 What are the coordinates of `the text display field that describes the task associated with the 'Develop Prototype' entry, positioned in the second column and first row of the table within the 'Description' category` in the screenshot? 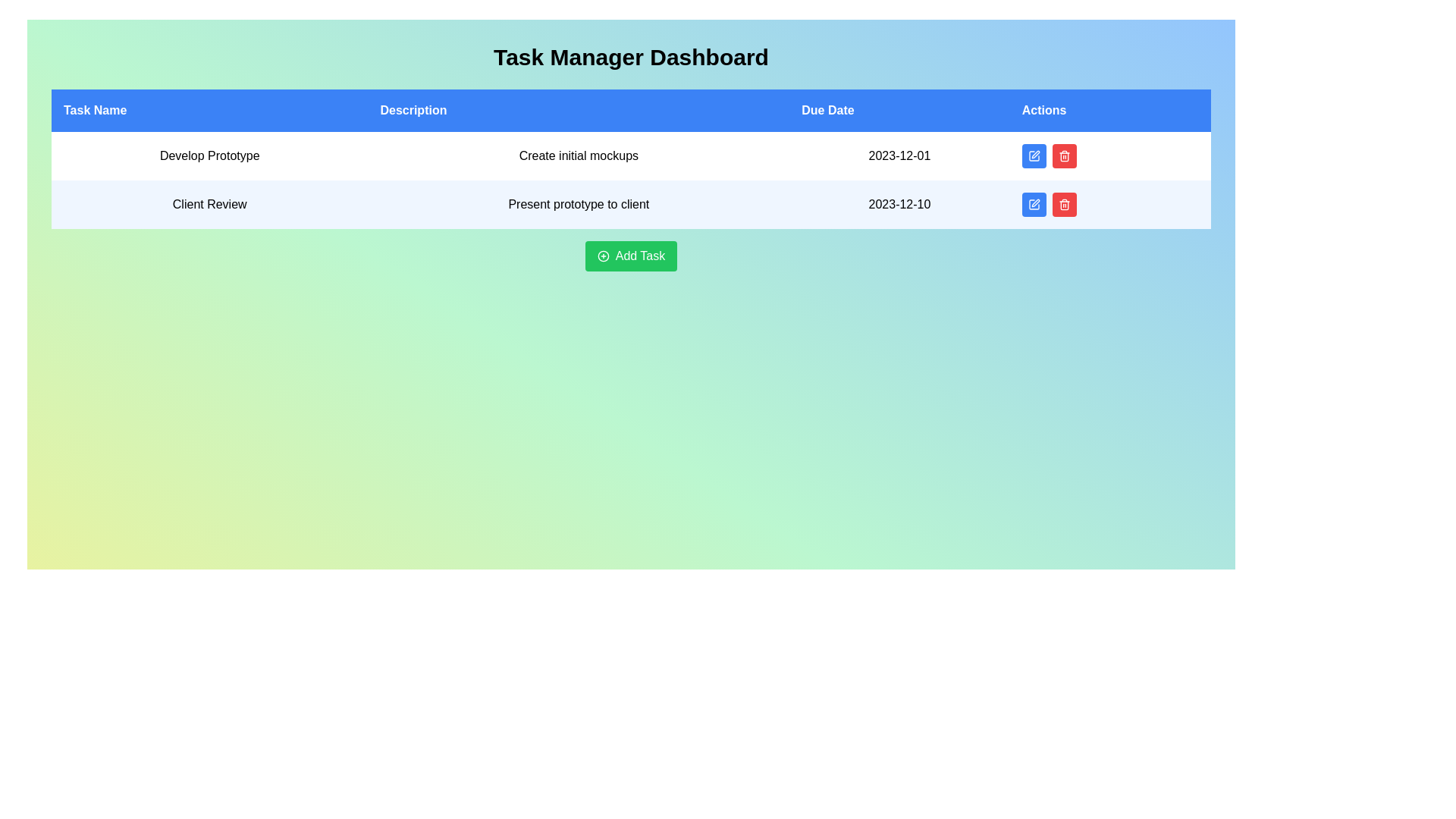 It's located at (578, 155).